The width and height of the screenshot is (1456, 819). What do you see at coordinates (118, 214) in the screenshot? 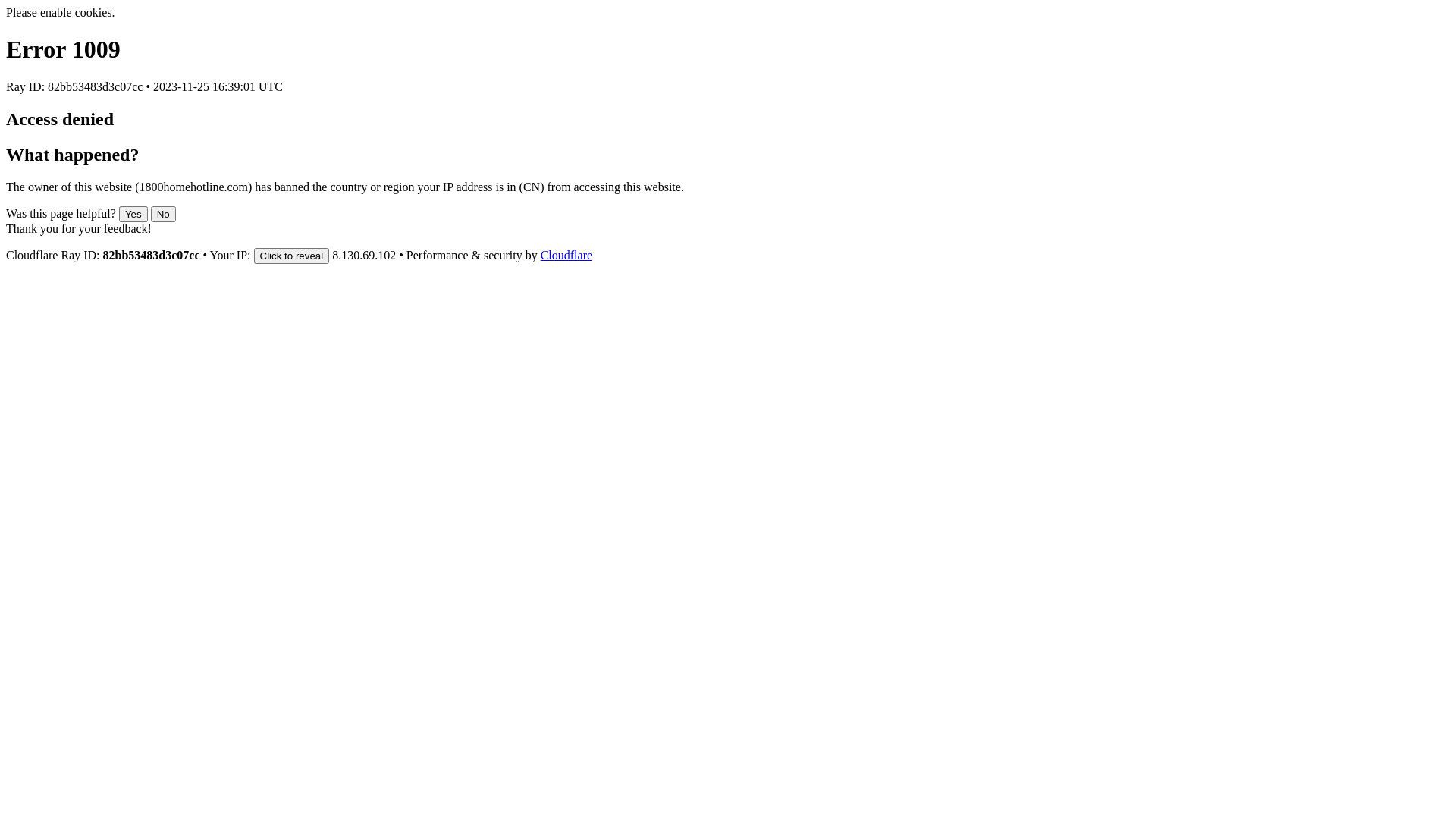
I see `'Yes'` at bounding box center [118, 214].